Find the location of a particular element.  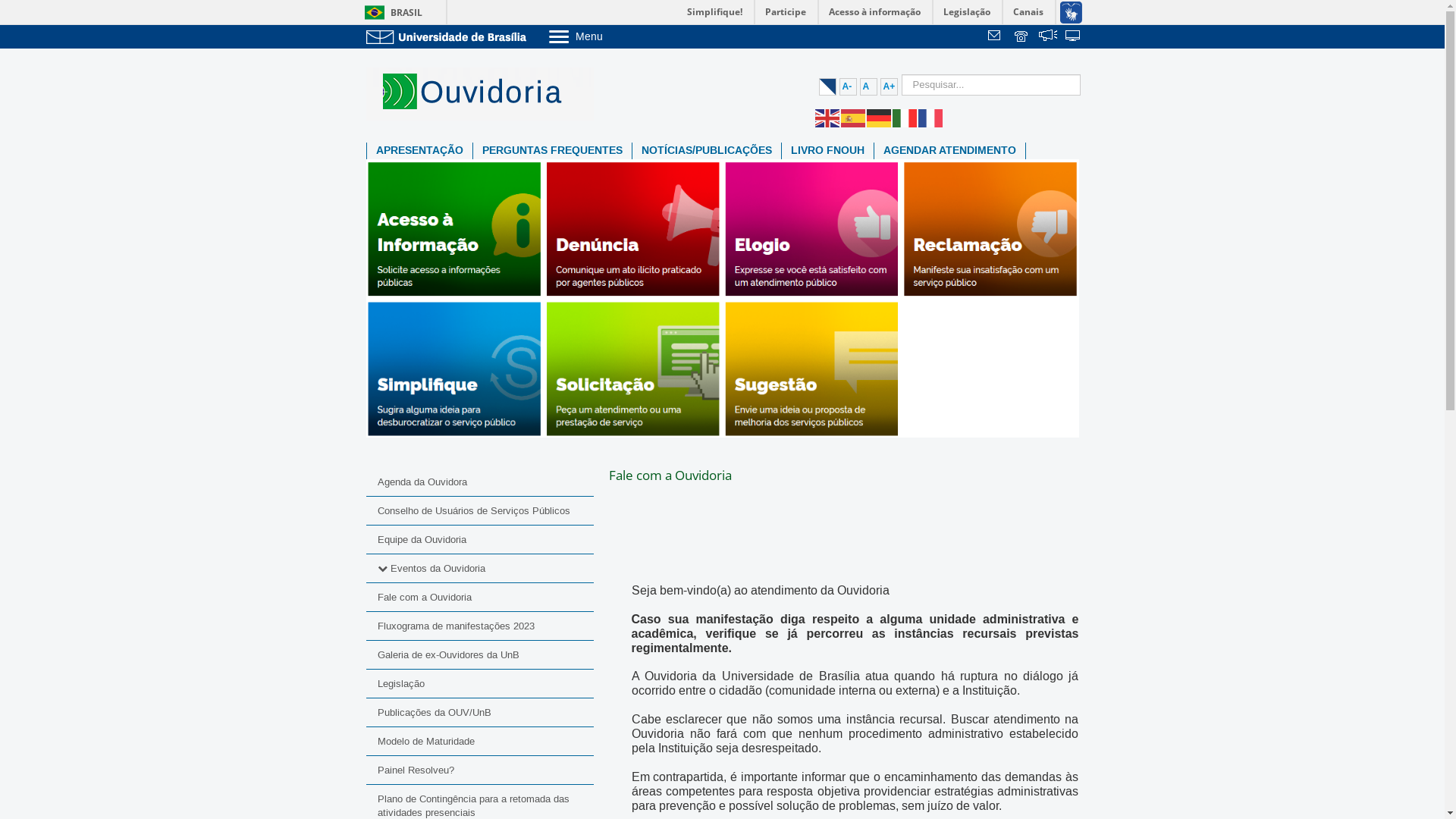

'LIVRO FNOUH' is located at coordinates (826, 151).